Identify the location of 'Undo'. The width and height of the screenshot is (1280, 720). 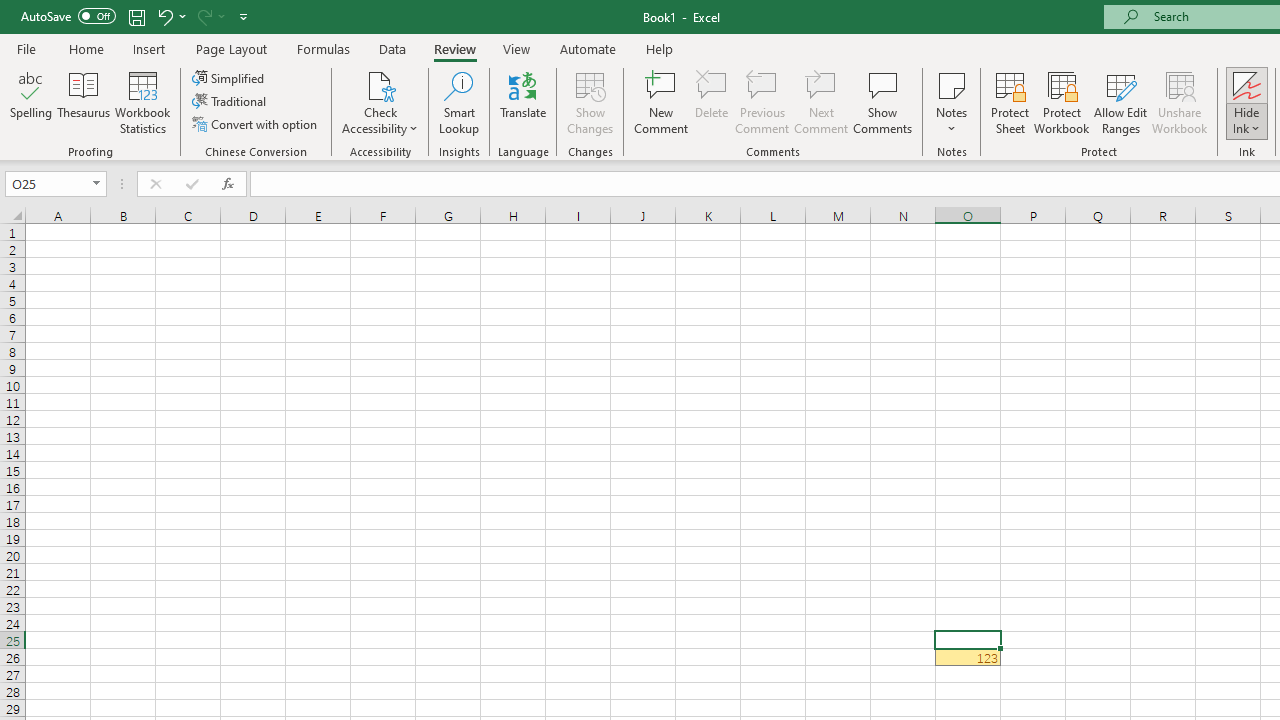
(164, 16).